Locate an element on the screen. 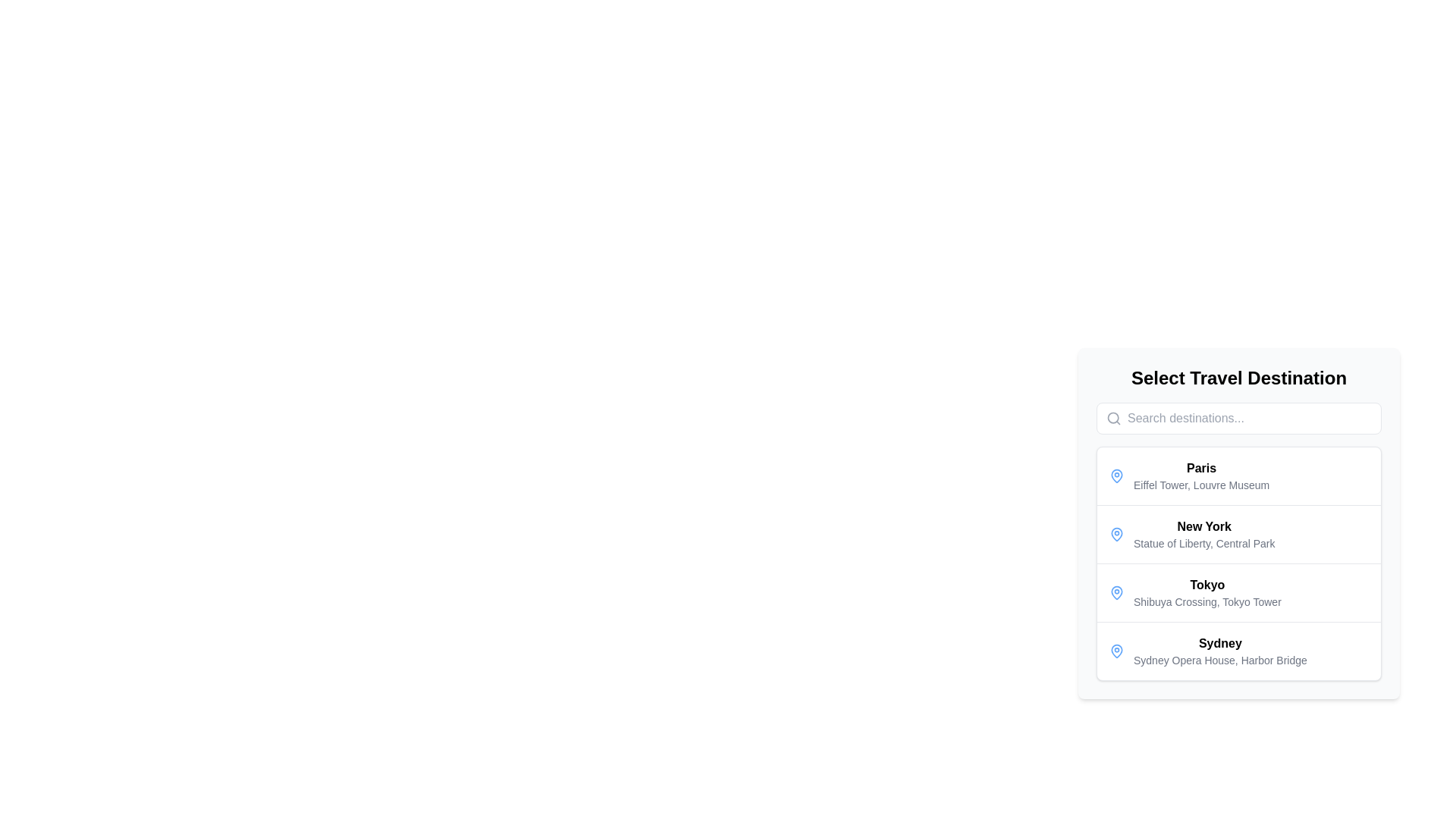 The image size is (1456, 819). the selectable list item titled 'Paris' which has a blue pin icon and includes text 'Eiffel Tower, Louvre Museum' is located at coordinates (1238, 475).